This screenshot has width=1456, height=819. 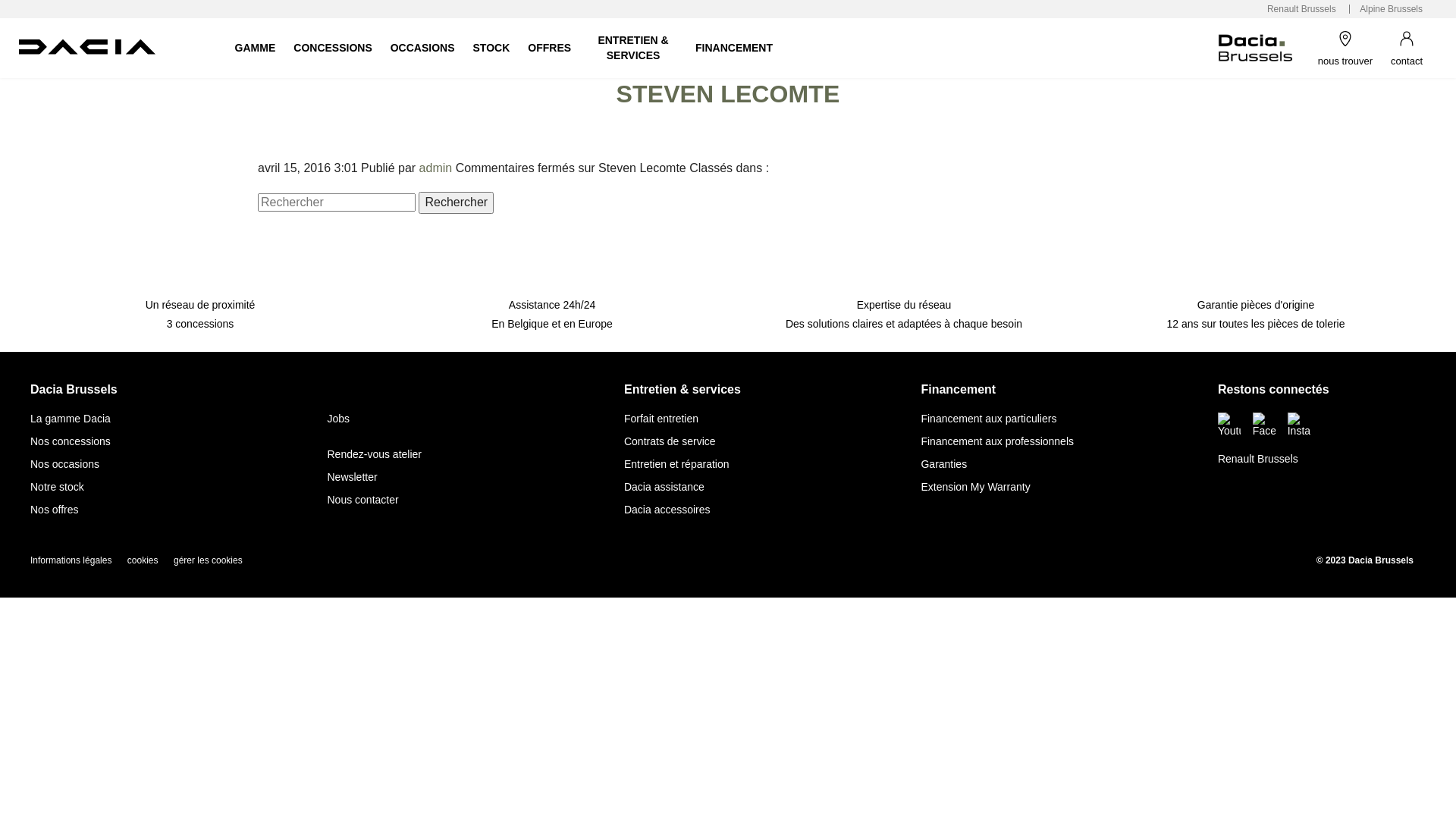 What do you see at coordinates (551, 299) in the screenshot?
I see `'Assistance 24h/24` at bounding box center [551, 299].